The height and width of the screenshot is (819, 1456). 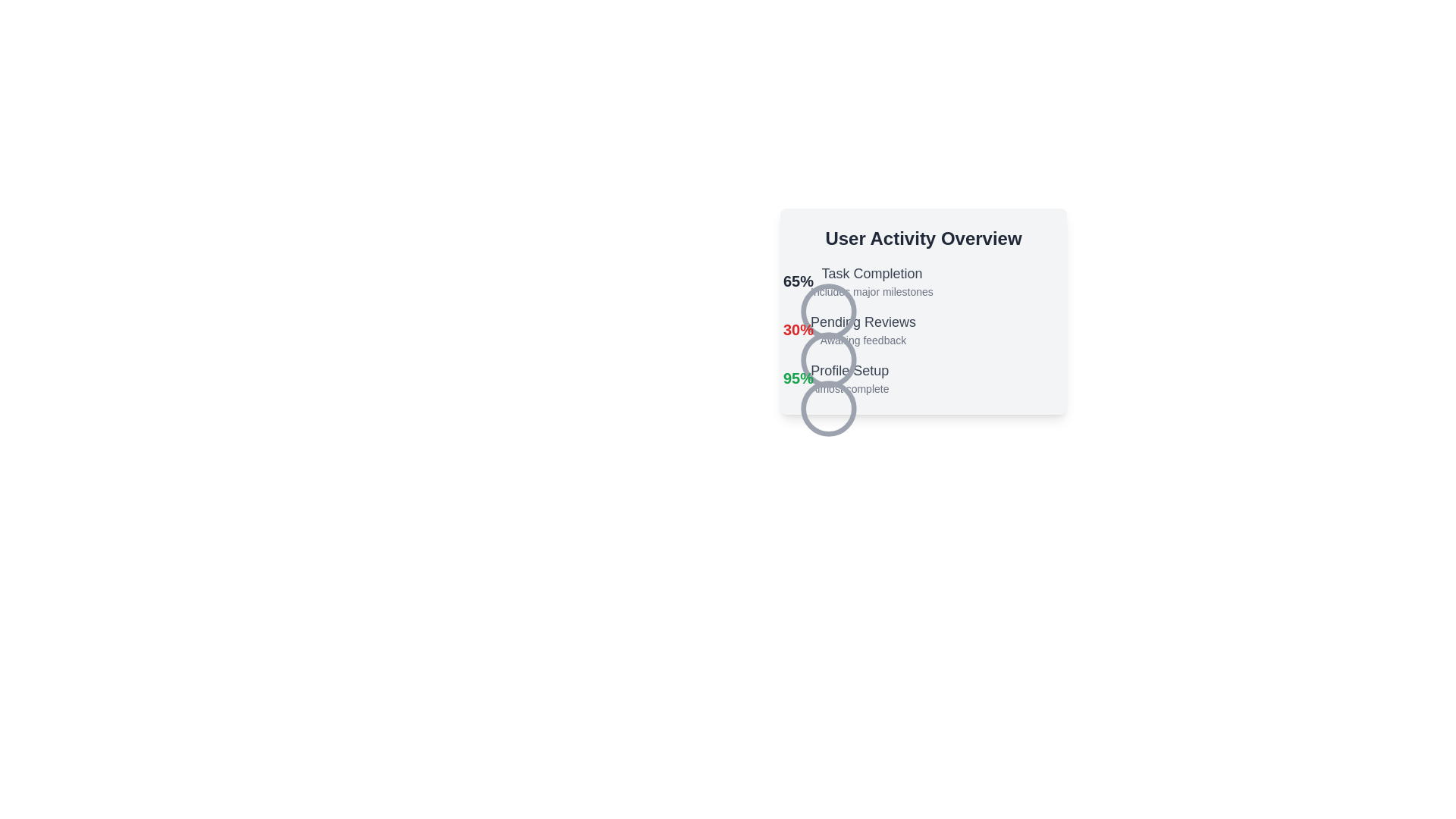 I want to click on the 'Pending Reviews' text label, which is styled in a moderately large, bold font and is located in the User Activity Overview section, specifically as the second entry in a vertical list, so click(x=863, y=321).